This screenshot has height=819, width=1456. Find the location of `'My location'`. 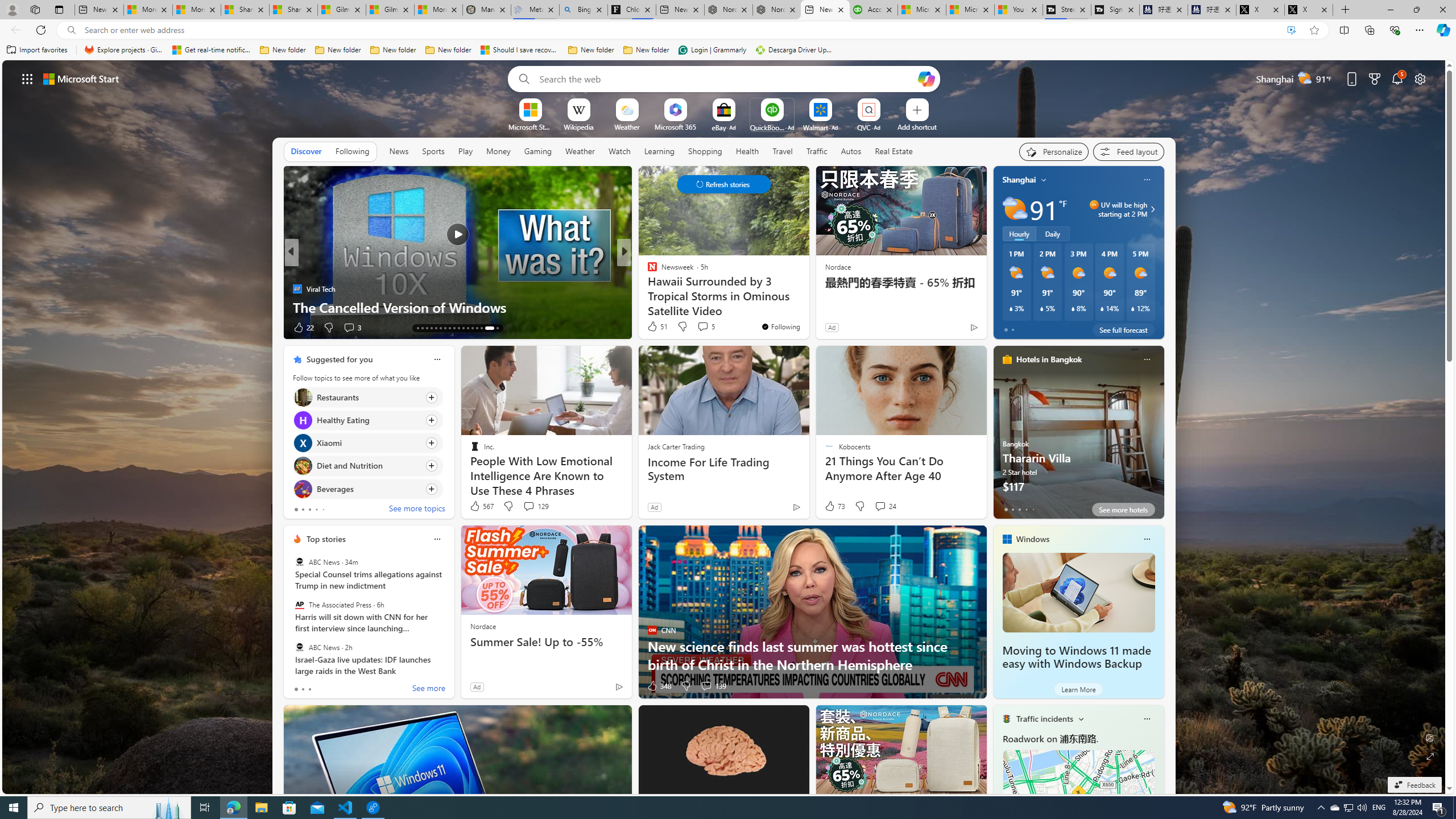

'My location' is located at coordinates (1043, 179).